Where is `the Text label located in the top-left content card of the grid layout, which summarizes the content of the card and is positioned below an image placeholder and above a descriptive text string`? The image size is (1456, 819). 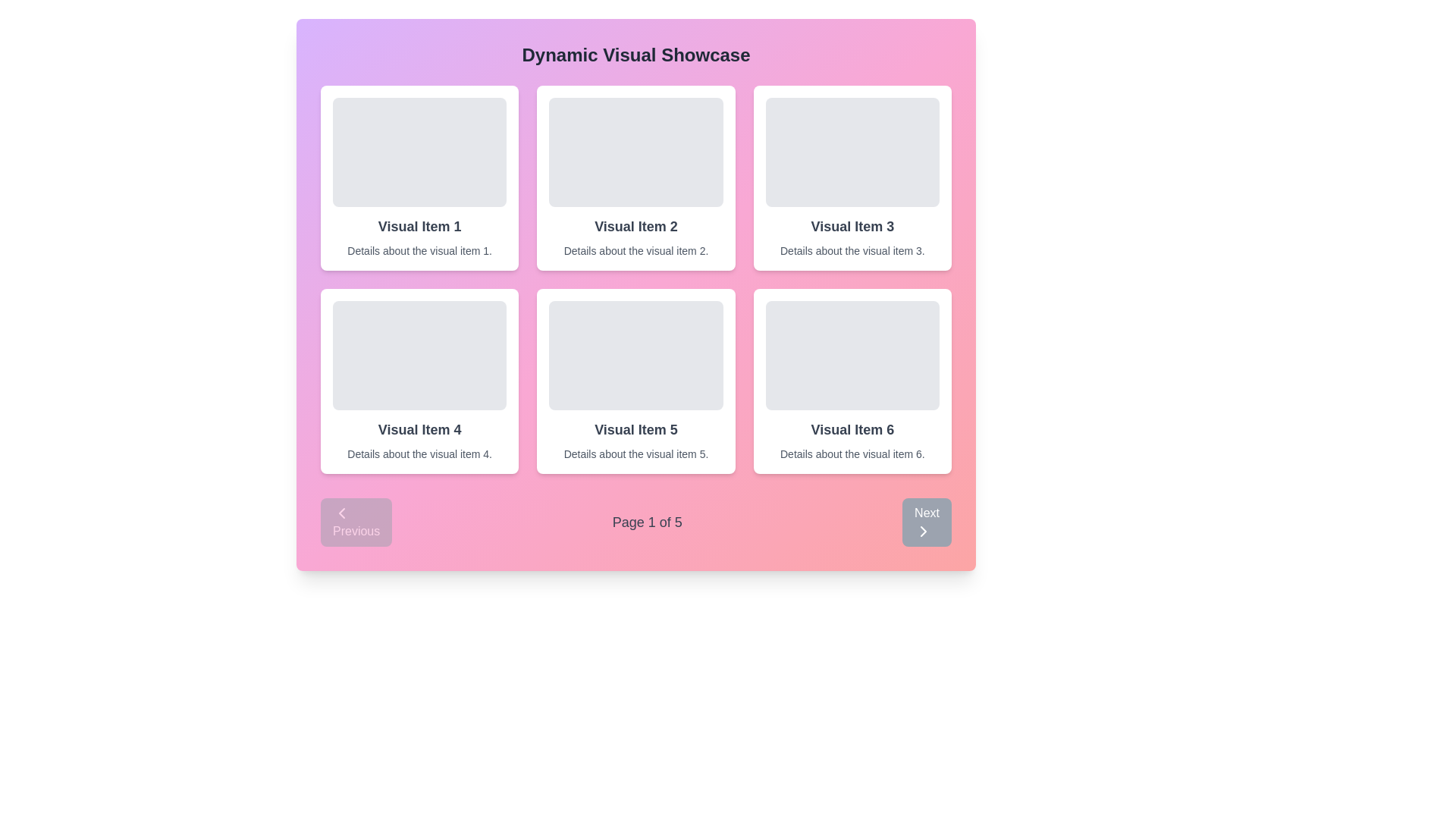
the Text label located in the top-left content card of the grid layout, which summarizes the content of the card and is positioned below an image placeholder and above a descriptive text string is located at coordinates (419, 227).